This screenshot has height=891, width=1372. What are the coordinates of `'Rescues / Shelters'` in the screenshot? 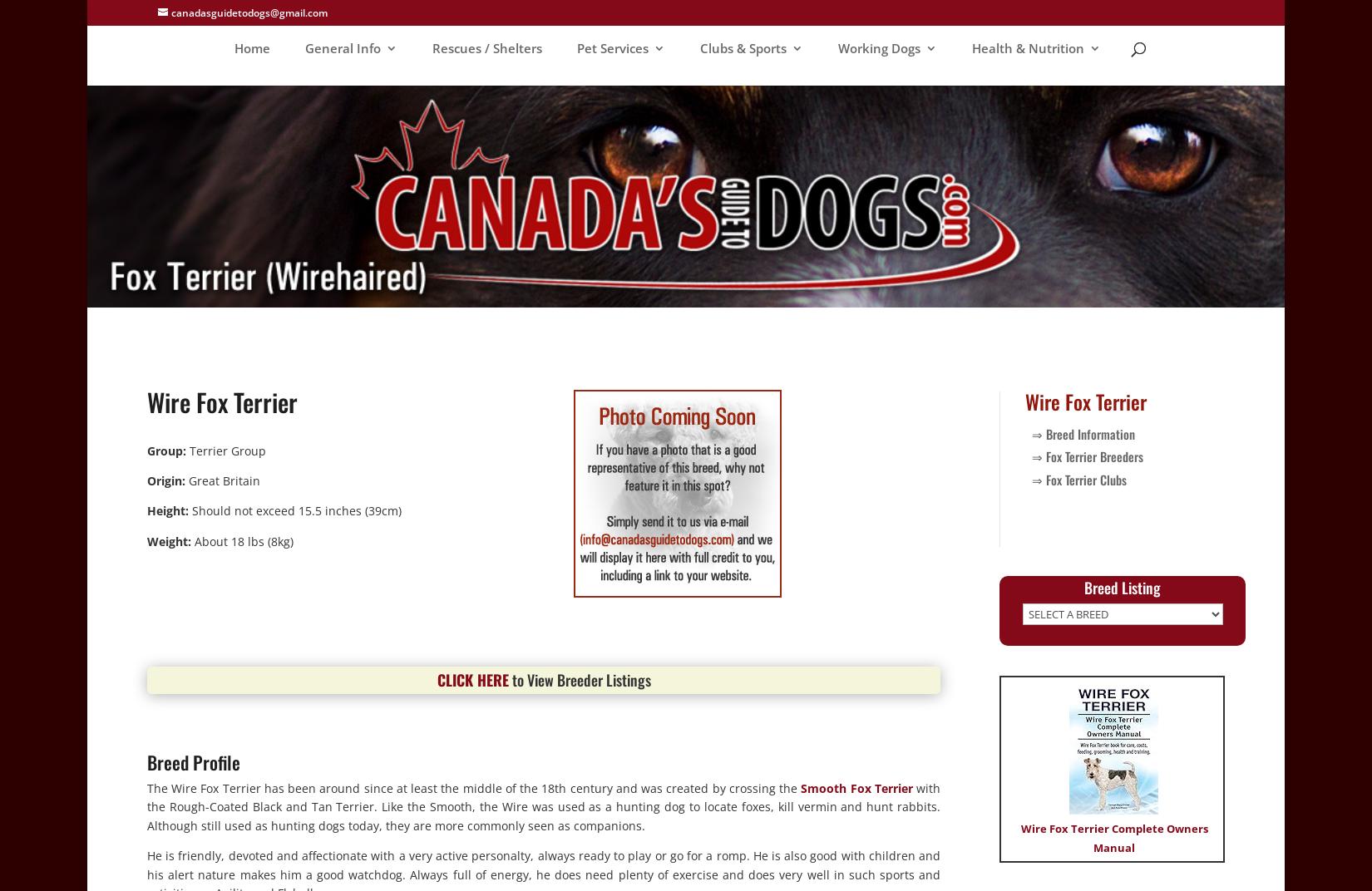 It's located at (486, 47).